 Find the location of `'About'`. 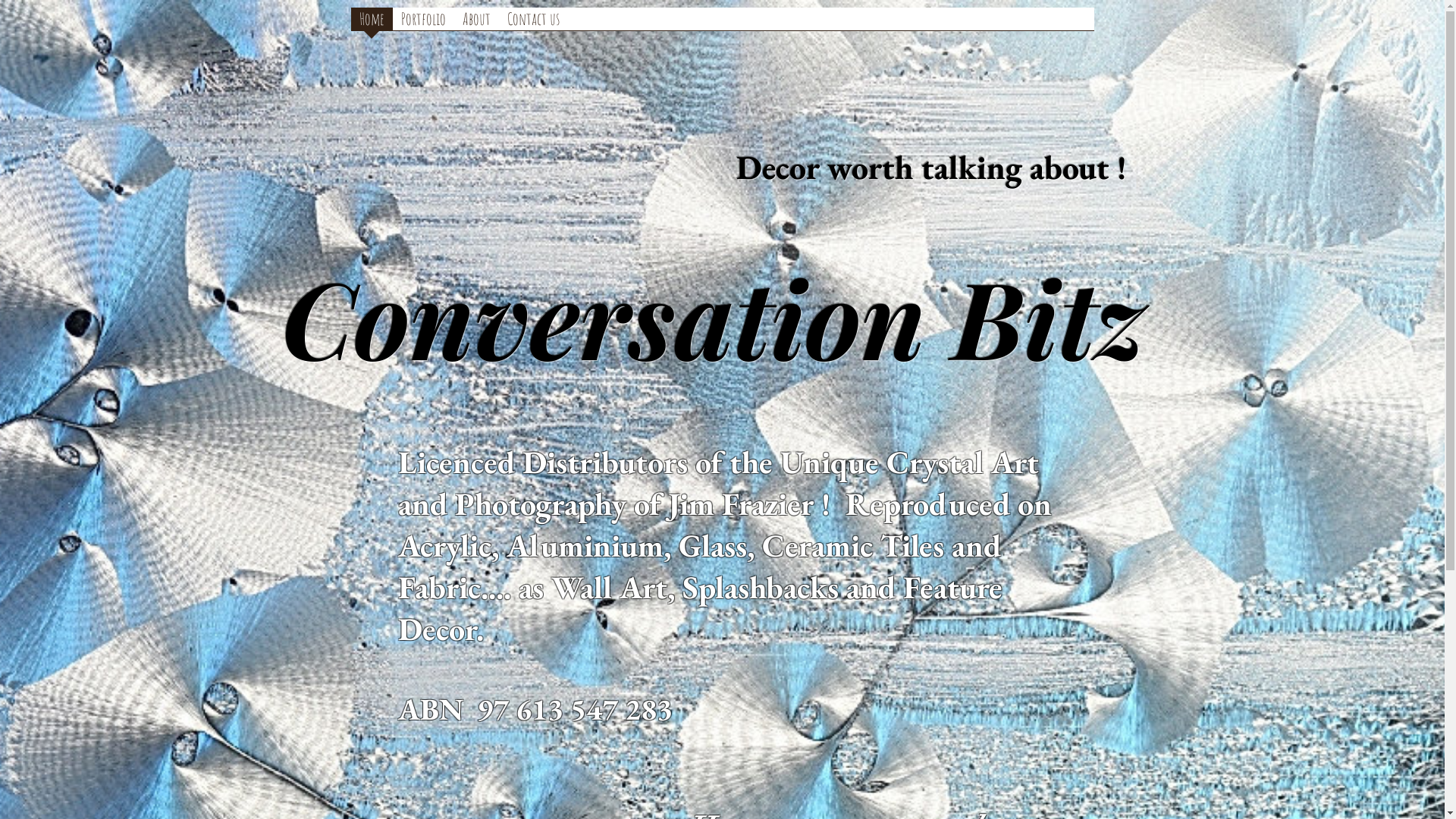

'About' is located at coordinates (453, 20).